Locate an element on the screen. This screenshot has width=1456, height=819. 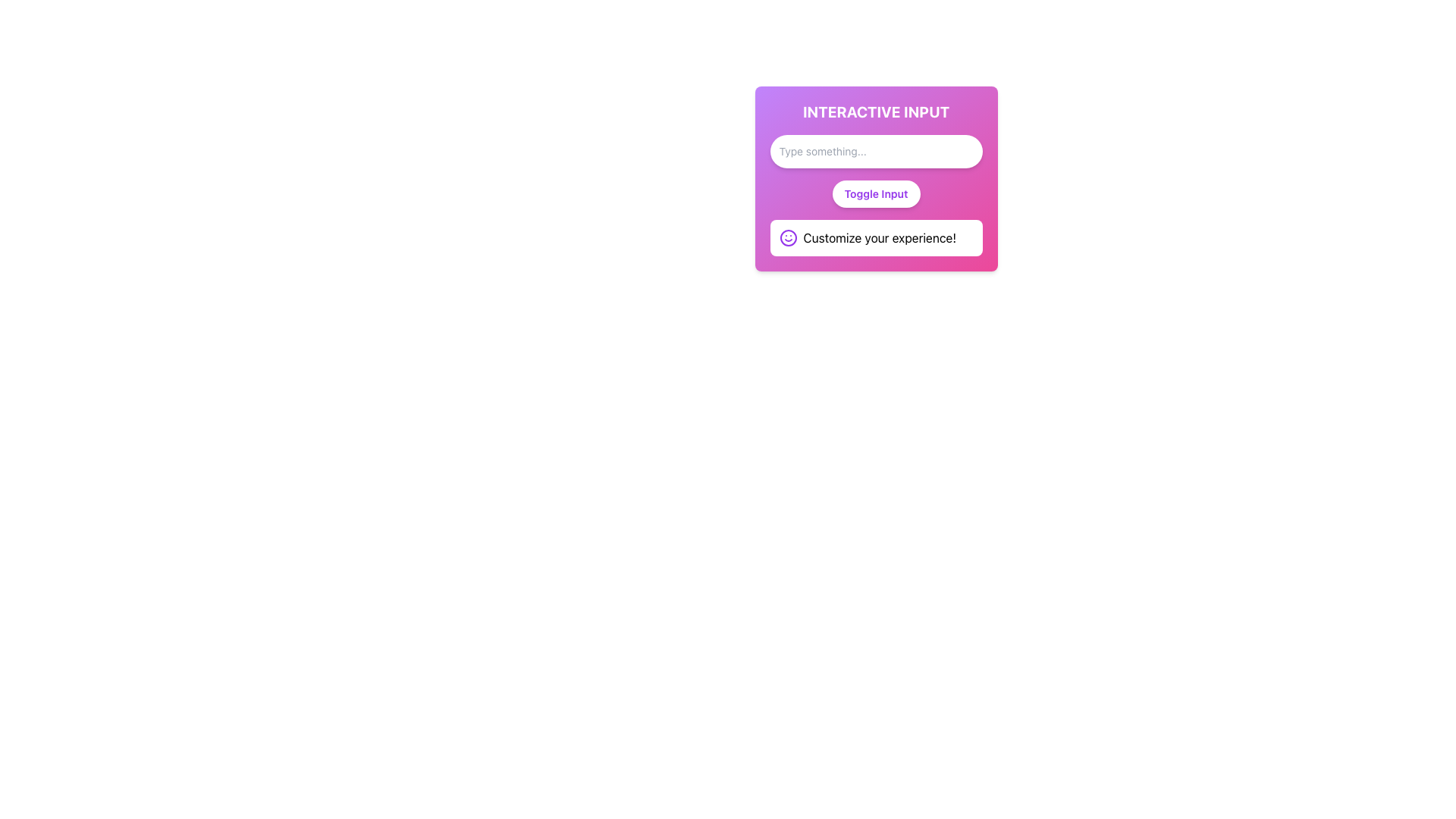
the outermost circle graphic of the icon located before the 'Customize your experience!' text is located at coordinates (788, 237).